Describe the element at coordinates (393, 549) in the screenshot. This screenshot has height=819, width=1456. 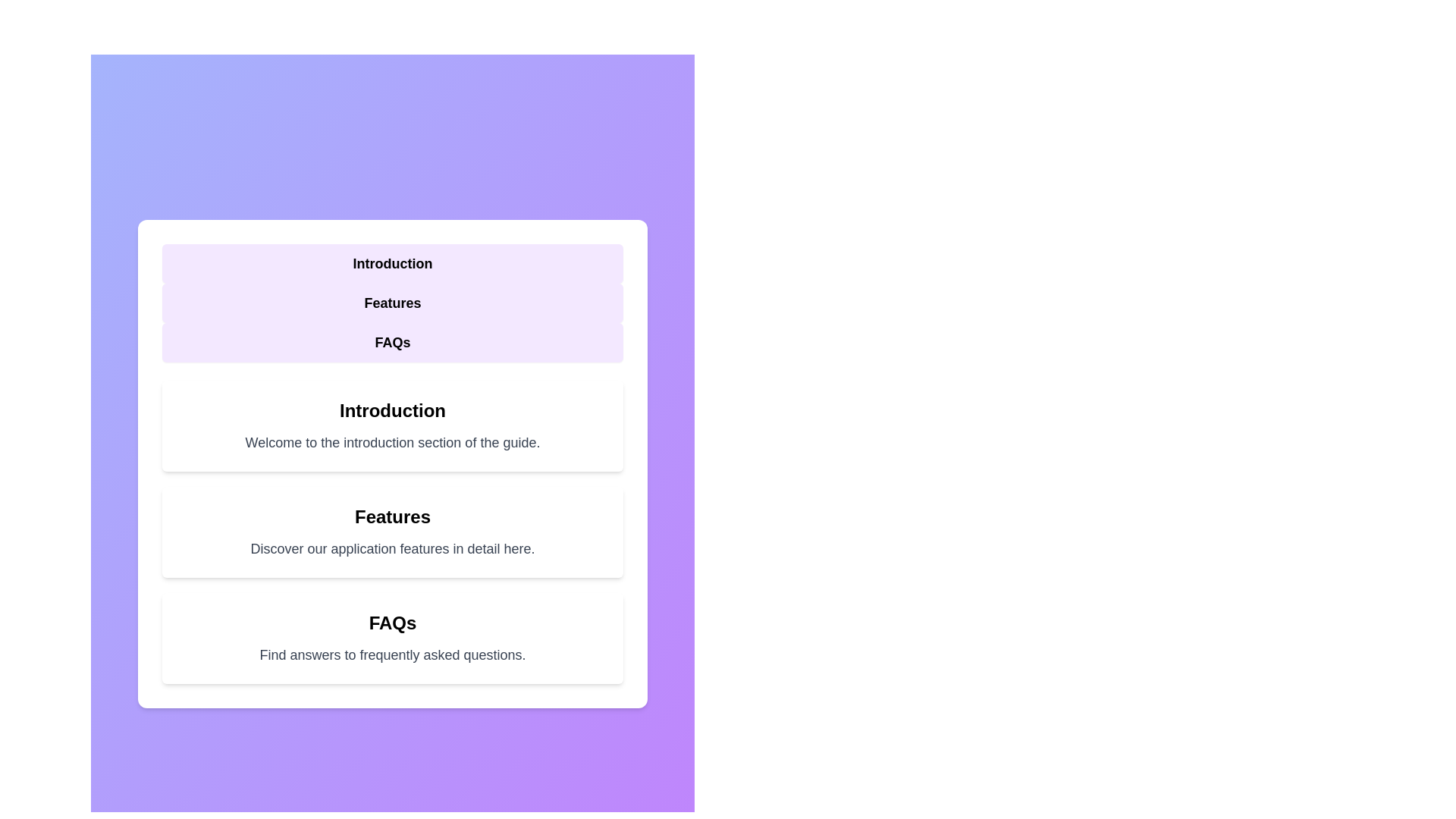
I see `the text element reading 'Discover our application features in detail here.' which is styled with a larger font size and gray color, located beneath the heading 'Features'` at that location.